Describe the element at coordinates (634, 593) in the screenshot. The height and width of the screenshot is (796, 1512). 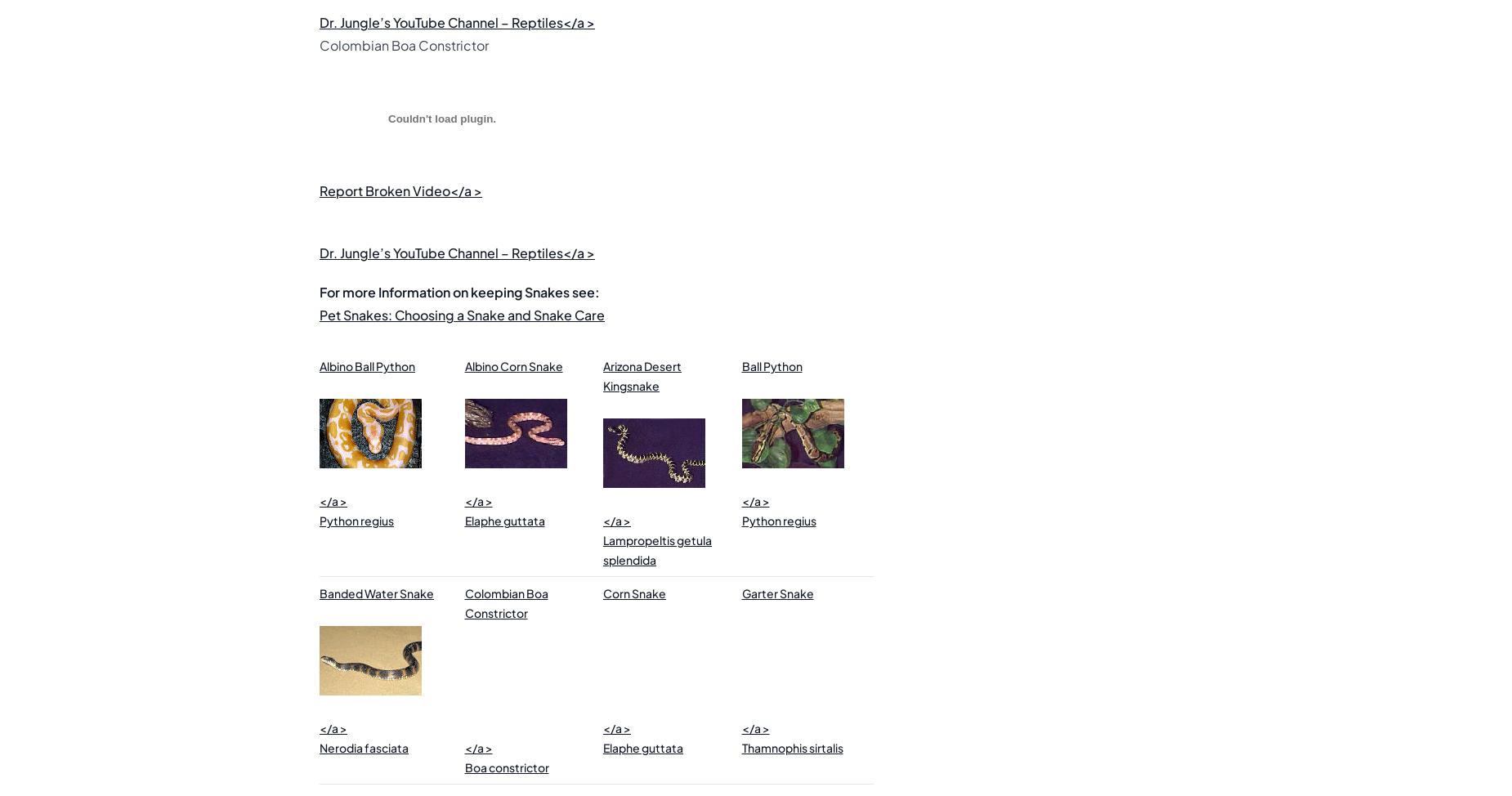
I see `'Corn Snake'` at that location.